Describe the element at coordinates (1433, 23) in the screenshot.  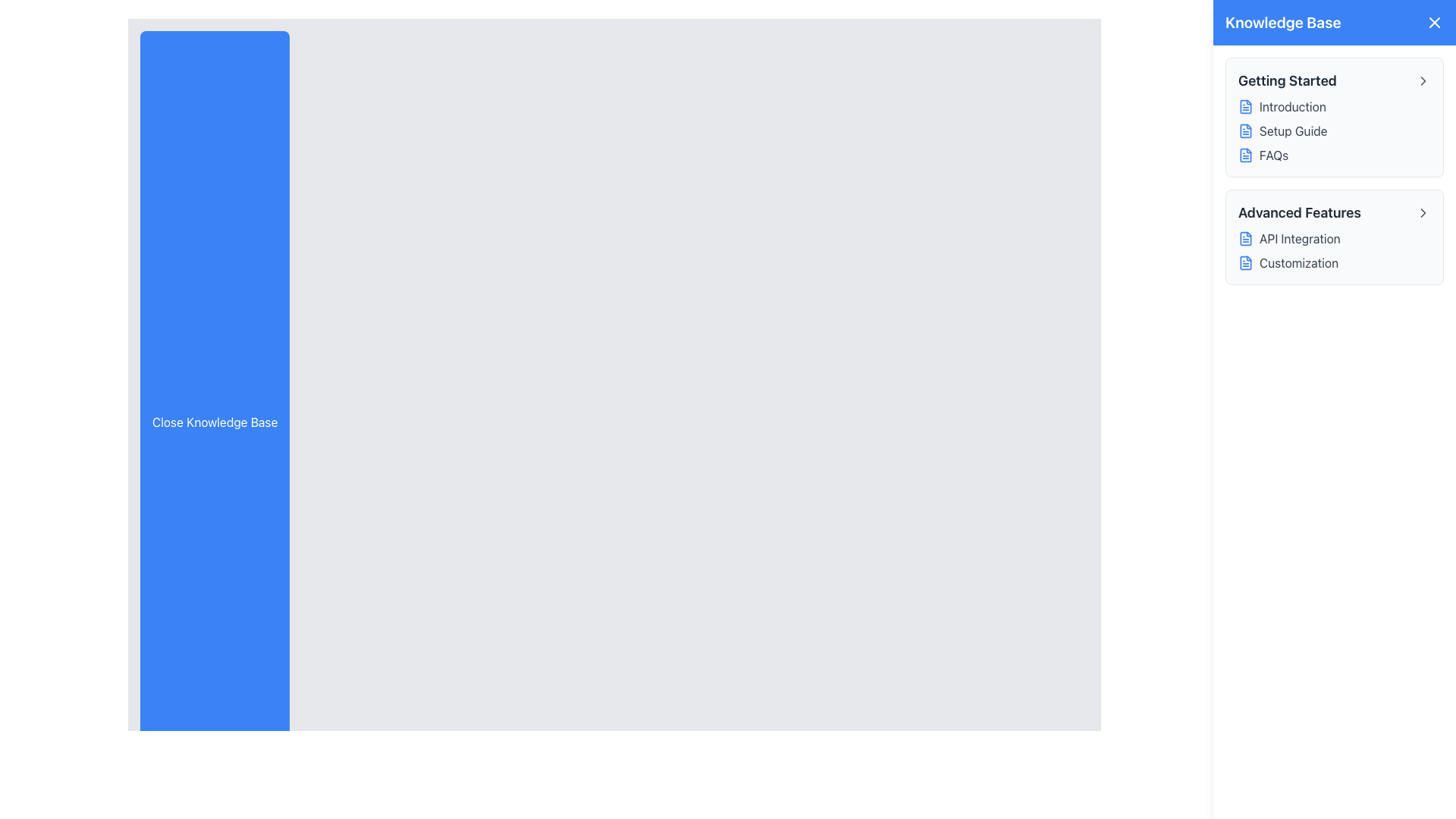
I see `the close button located in the upper-right corner of the blue header bar labeled 'Knowledge Base'` at that location.